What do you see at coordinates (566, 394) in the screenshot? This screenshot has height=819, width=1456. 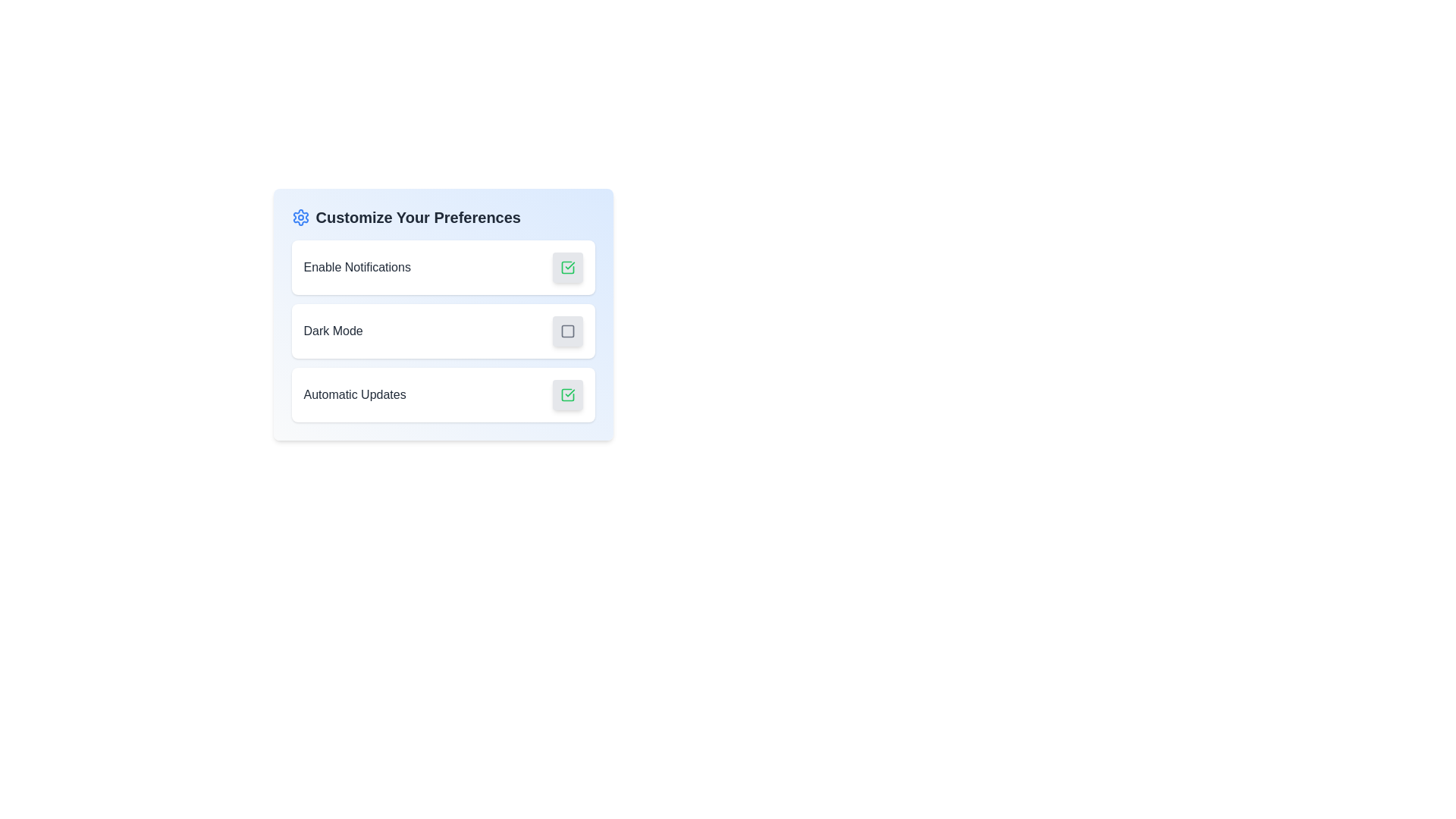 I see `the button located on the right-hand side of the 'Automatic Updates' option` at bounding box center [566, 394].